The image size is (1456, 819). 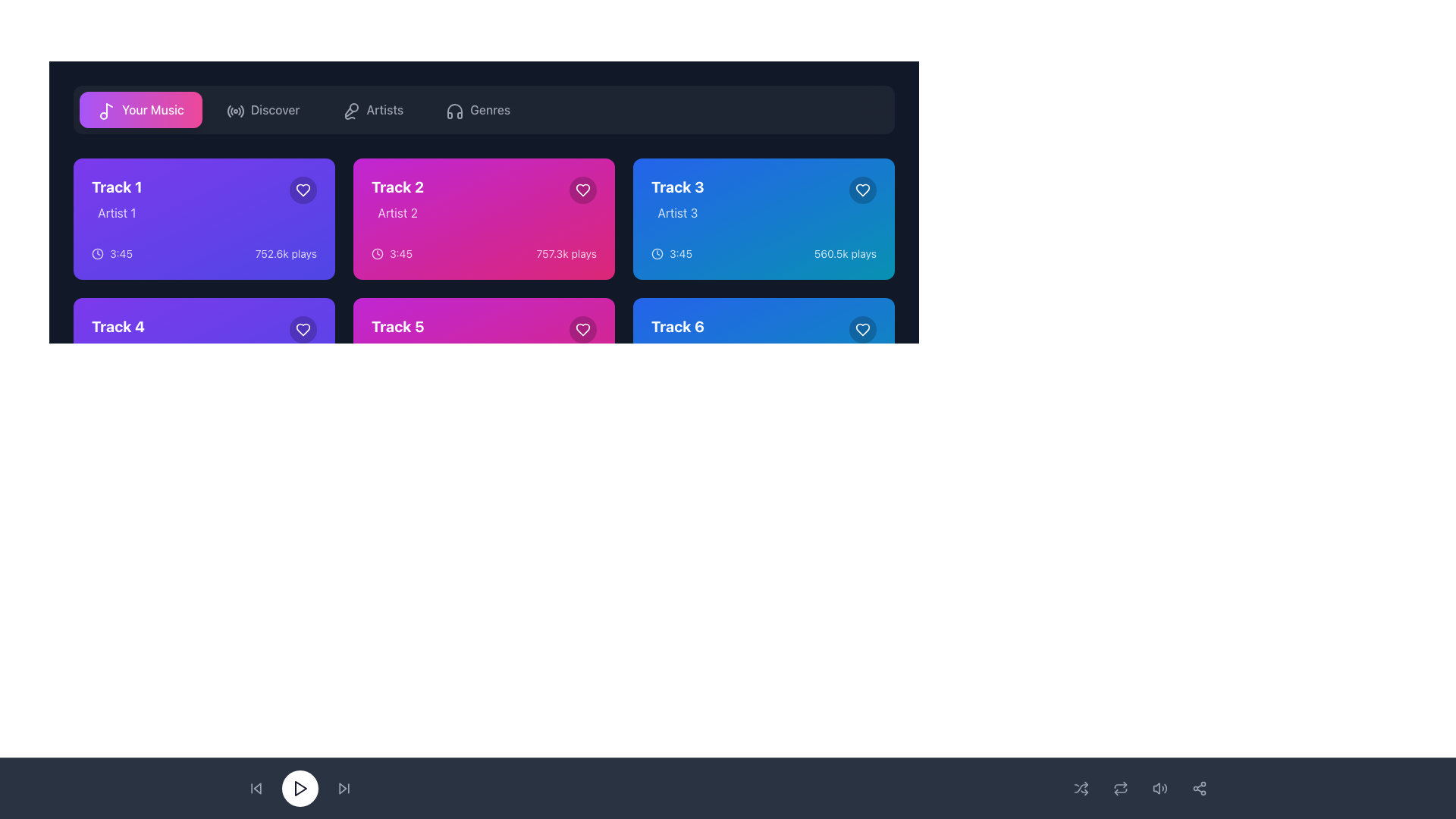 What do you see at coordinates (862, 329) in the screenshot?
I see `the heart-shaped outline icon located in the upper-right corner of 'Track 6' to like or unlike the track` at bounding box center [862, 329].